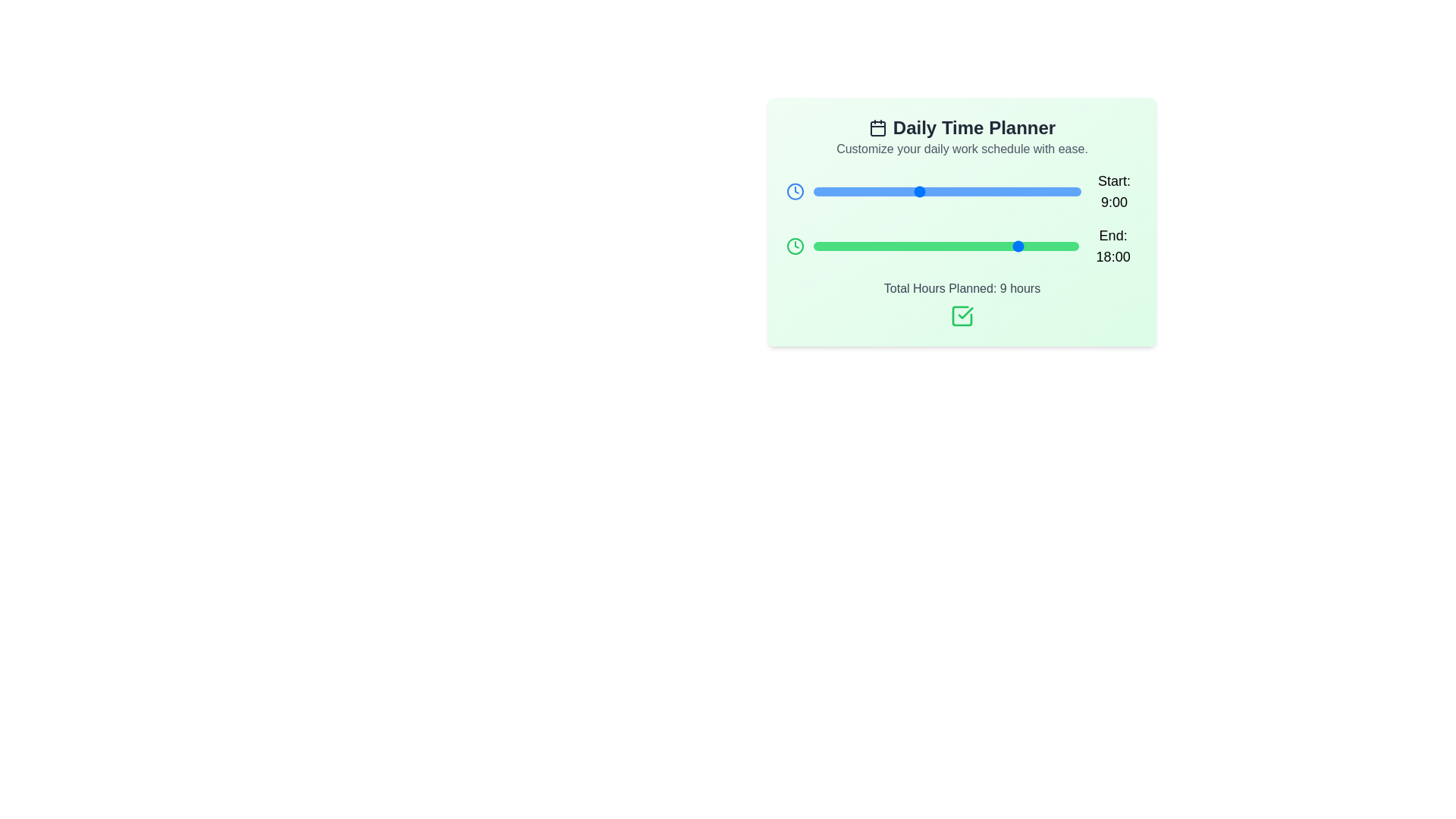  Describe the element at coordinates (1043, 245) in the screenshot. I see `the 'End' slider to set the end time to 20:00` at that location.